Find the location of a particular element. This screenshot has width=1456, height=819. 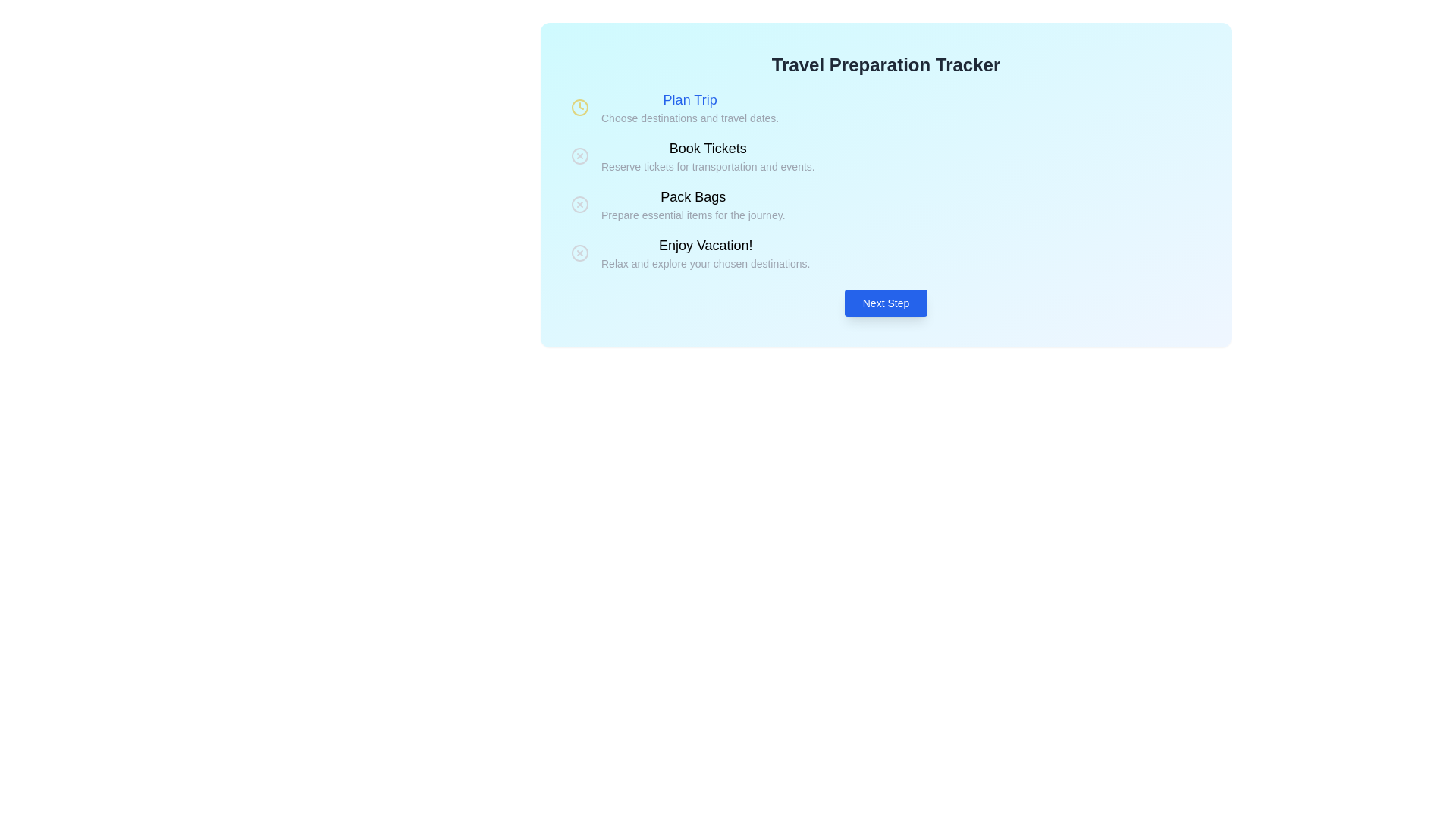

the steps in the travel preparation tracker component is located at coordinates (886, 180).